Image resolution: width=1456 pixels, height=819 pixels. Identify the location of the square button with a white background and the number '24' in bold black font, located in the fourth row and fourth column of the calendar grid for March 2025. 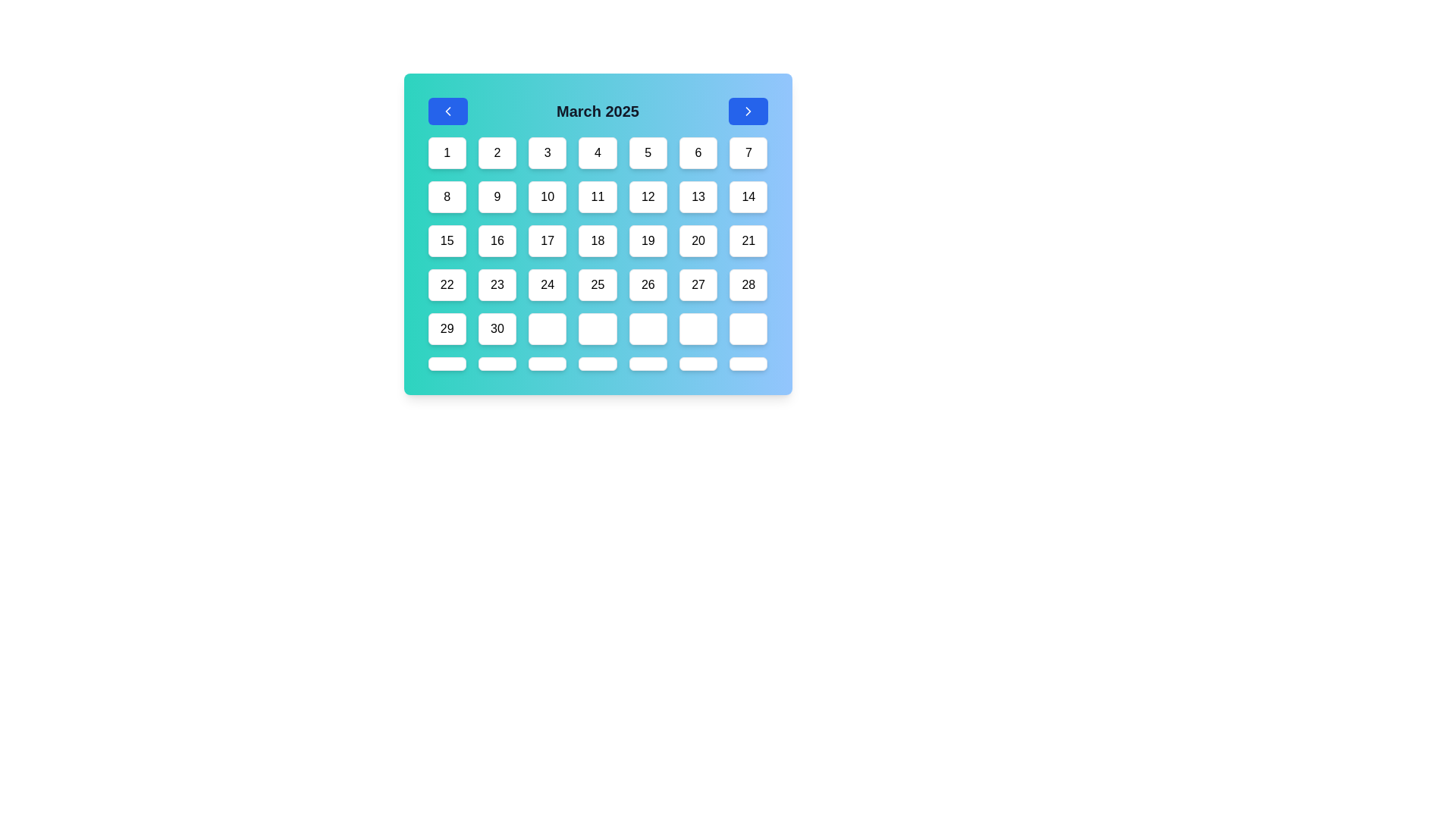
(547, 284).